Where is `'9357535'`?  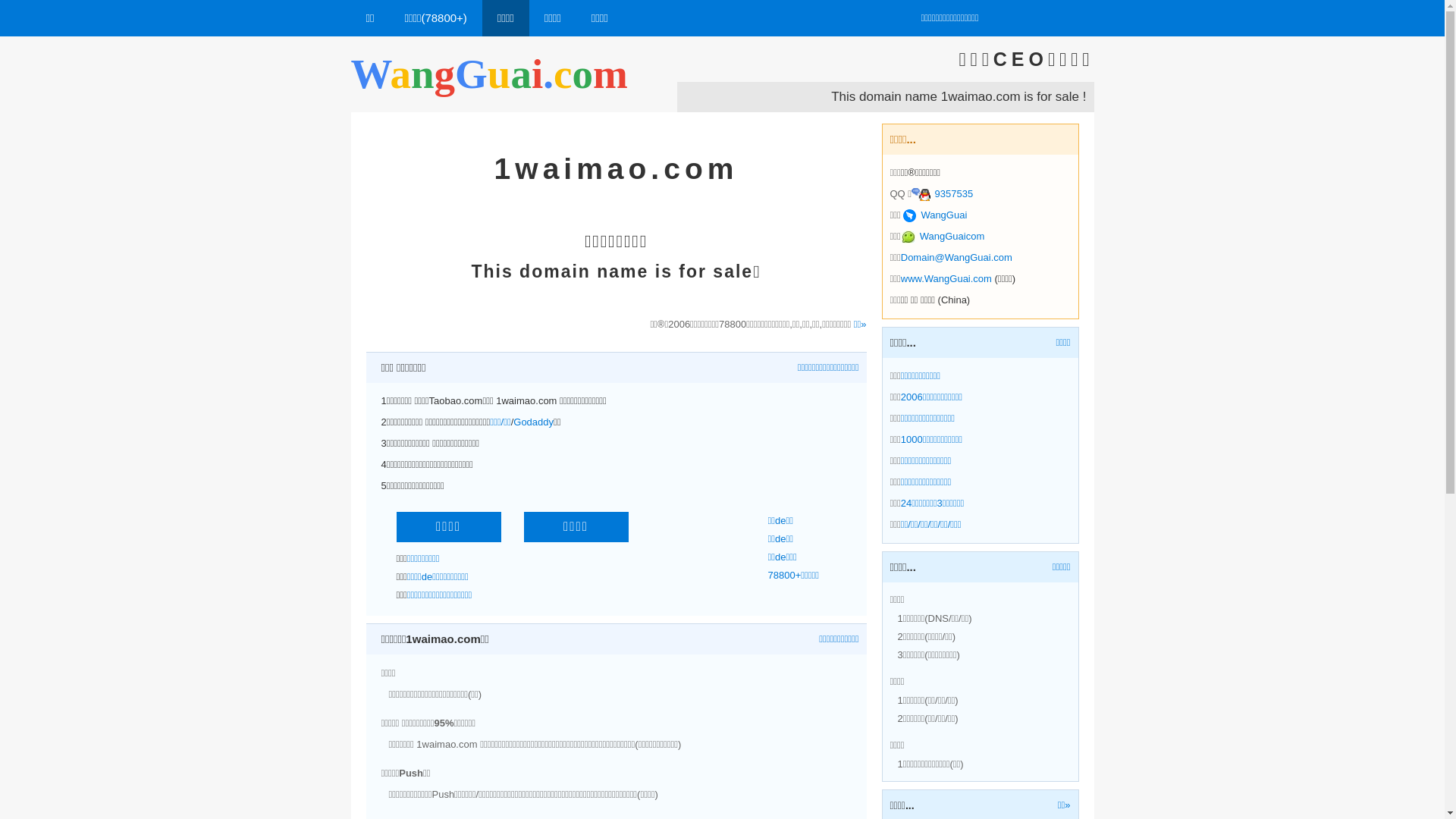
'9357535' is located at coordinates (941, 193).